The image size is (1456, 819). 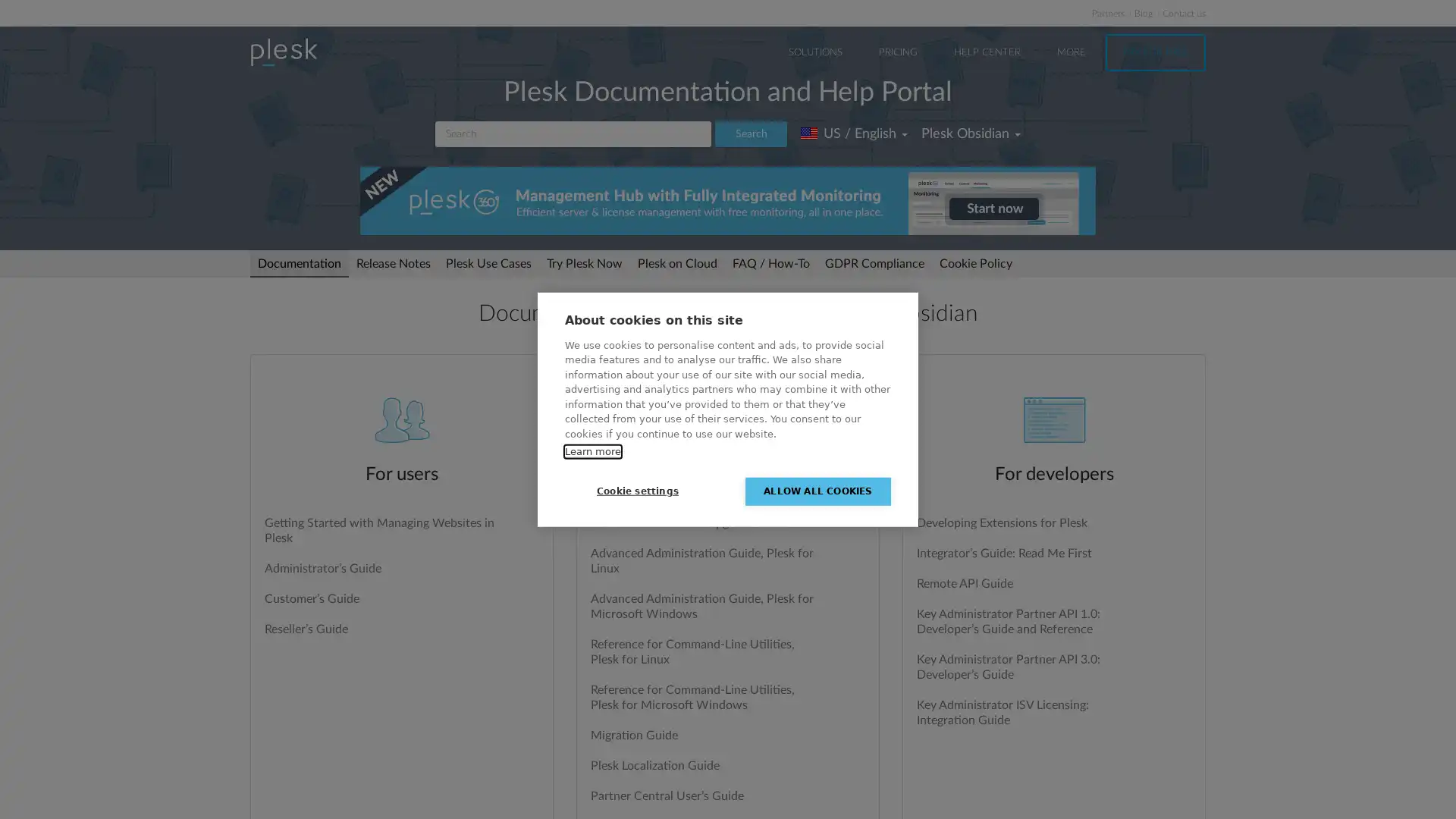 What do you see at coordinates (971, 133) in the screenshot?
I see `Plesk Obsidian` at bounding box center [971, 133].